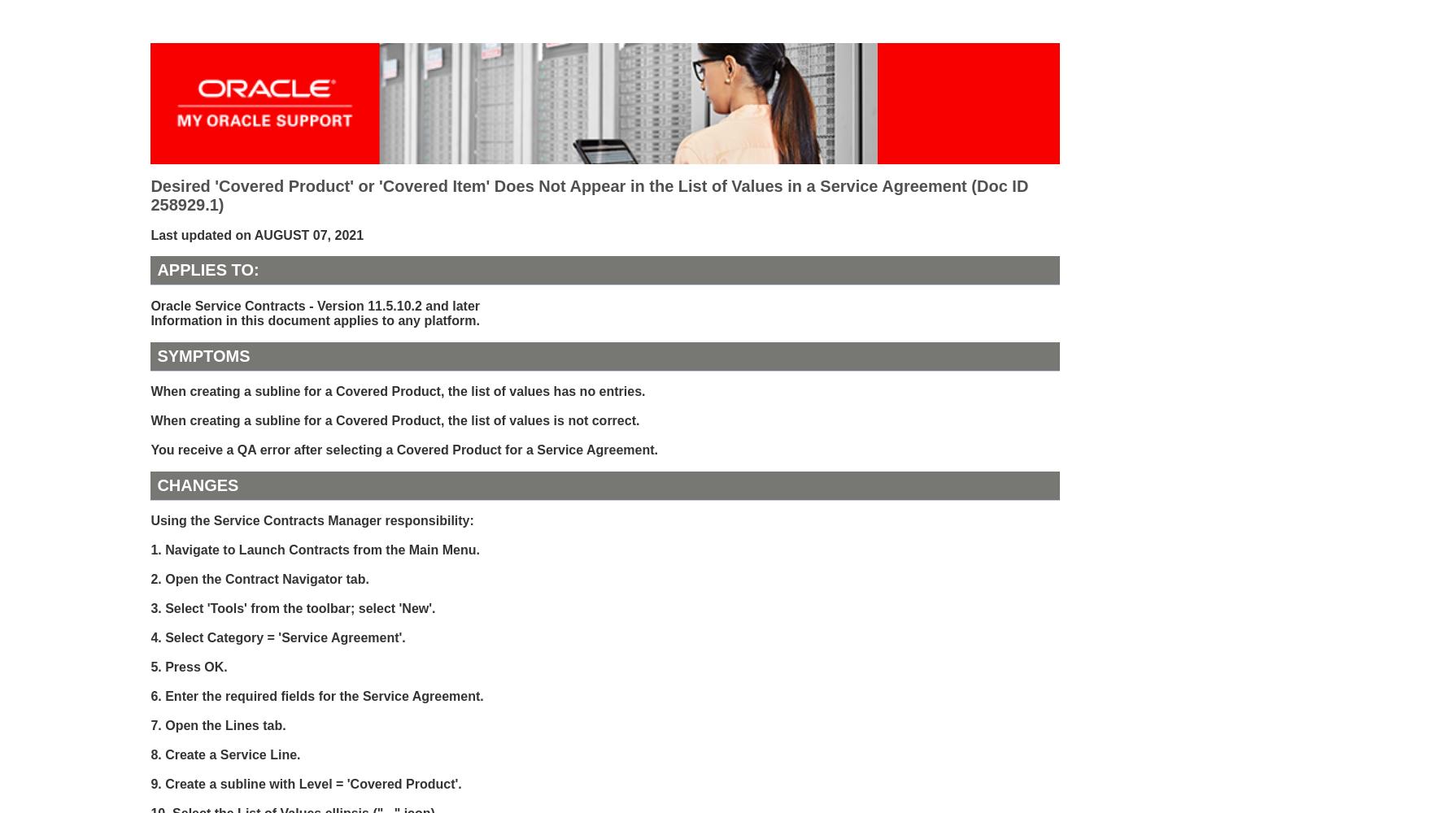 This screenshot has width=1456, height=813. Describe the element at coordinates (314, 550) in the screenshot. I see `'1. Navigate to Launch Contracts from the Main Menu.'` at that location.